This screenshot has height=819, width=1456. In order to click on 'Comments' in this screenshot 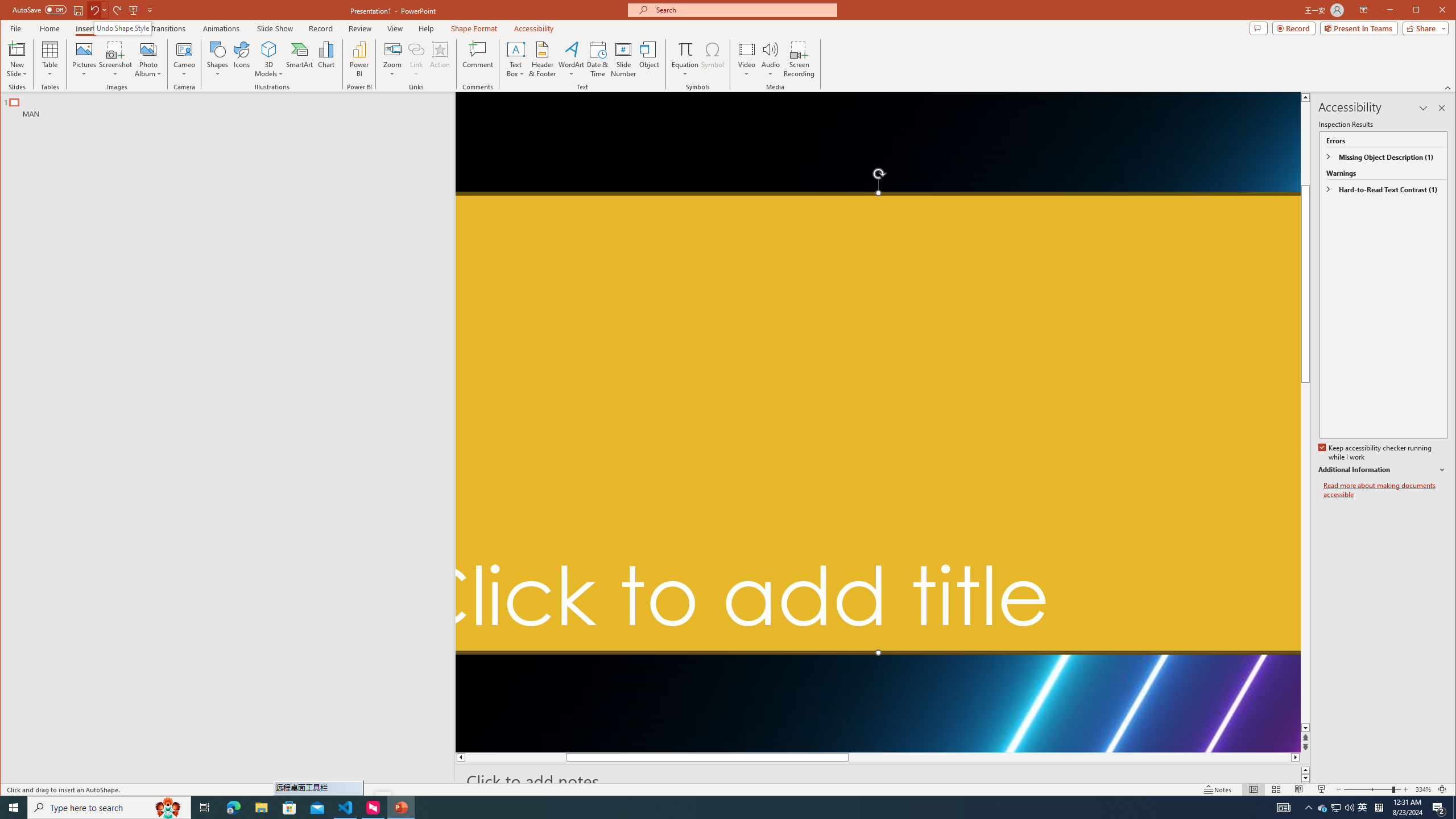, I will do `click(1259, 28)`.